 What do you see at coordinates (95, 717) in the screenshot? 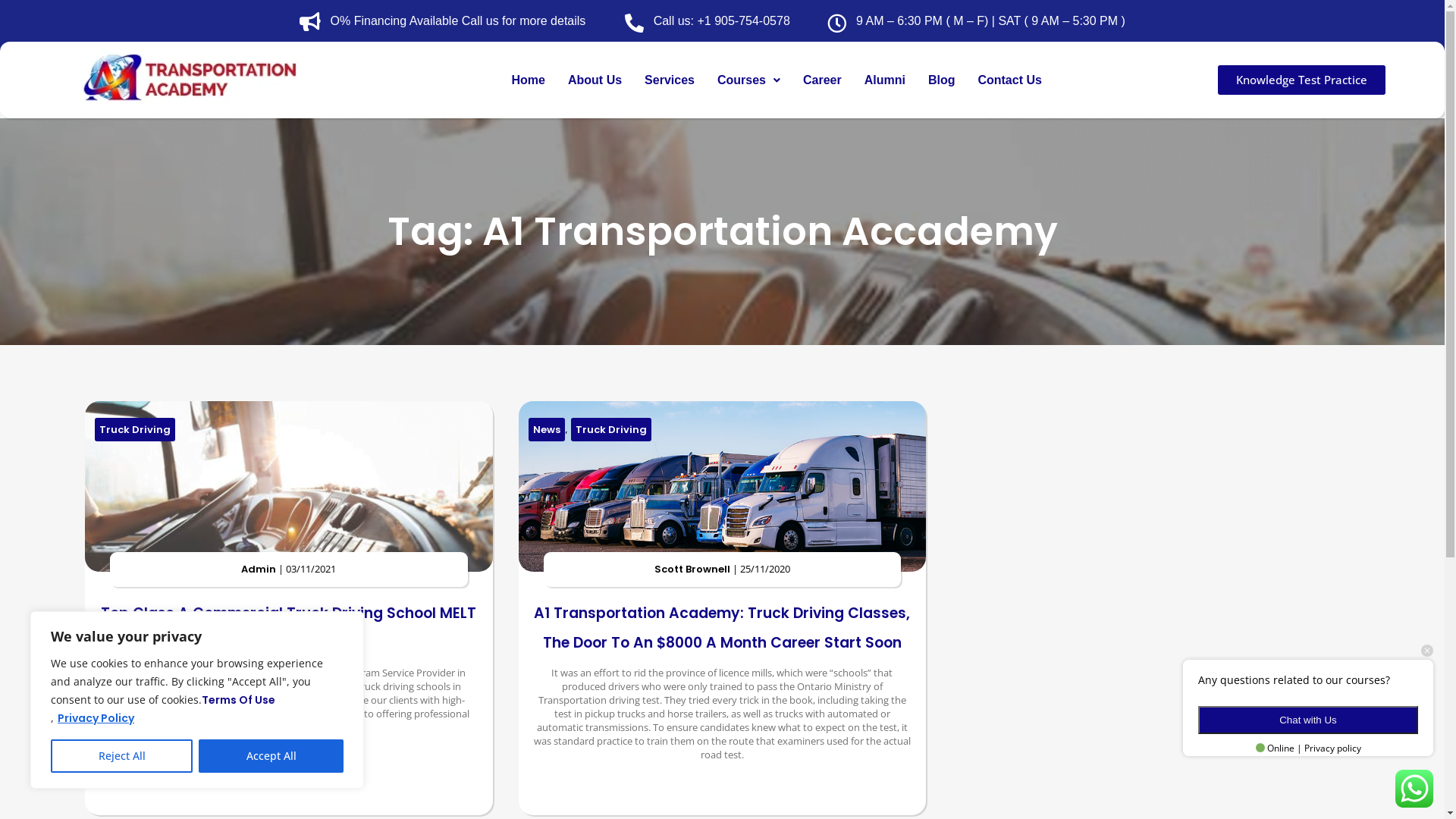
I see `'Privacy Policy'` at bounding box center [95, 717].